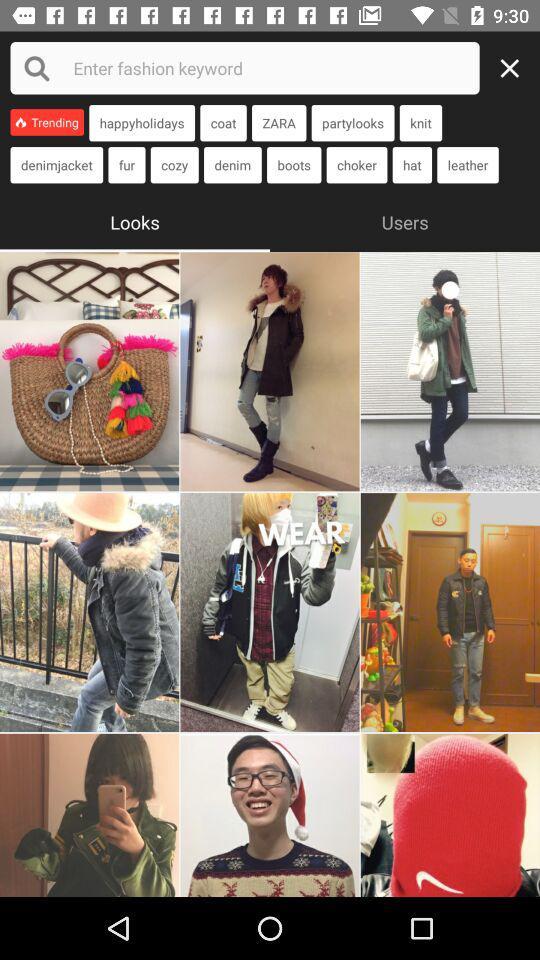  What do you see at coordinates (270, 370) in the screenshot?
I see `look closer at picture` at bounding box center [270, 370].